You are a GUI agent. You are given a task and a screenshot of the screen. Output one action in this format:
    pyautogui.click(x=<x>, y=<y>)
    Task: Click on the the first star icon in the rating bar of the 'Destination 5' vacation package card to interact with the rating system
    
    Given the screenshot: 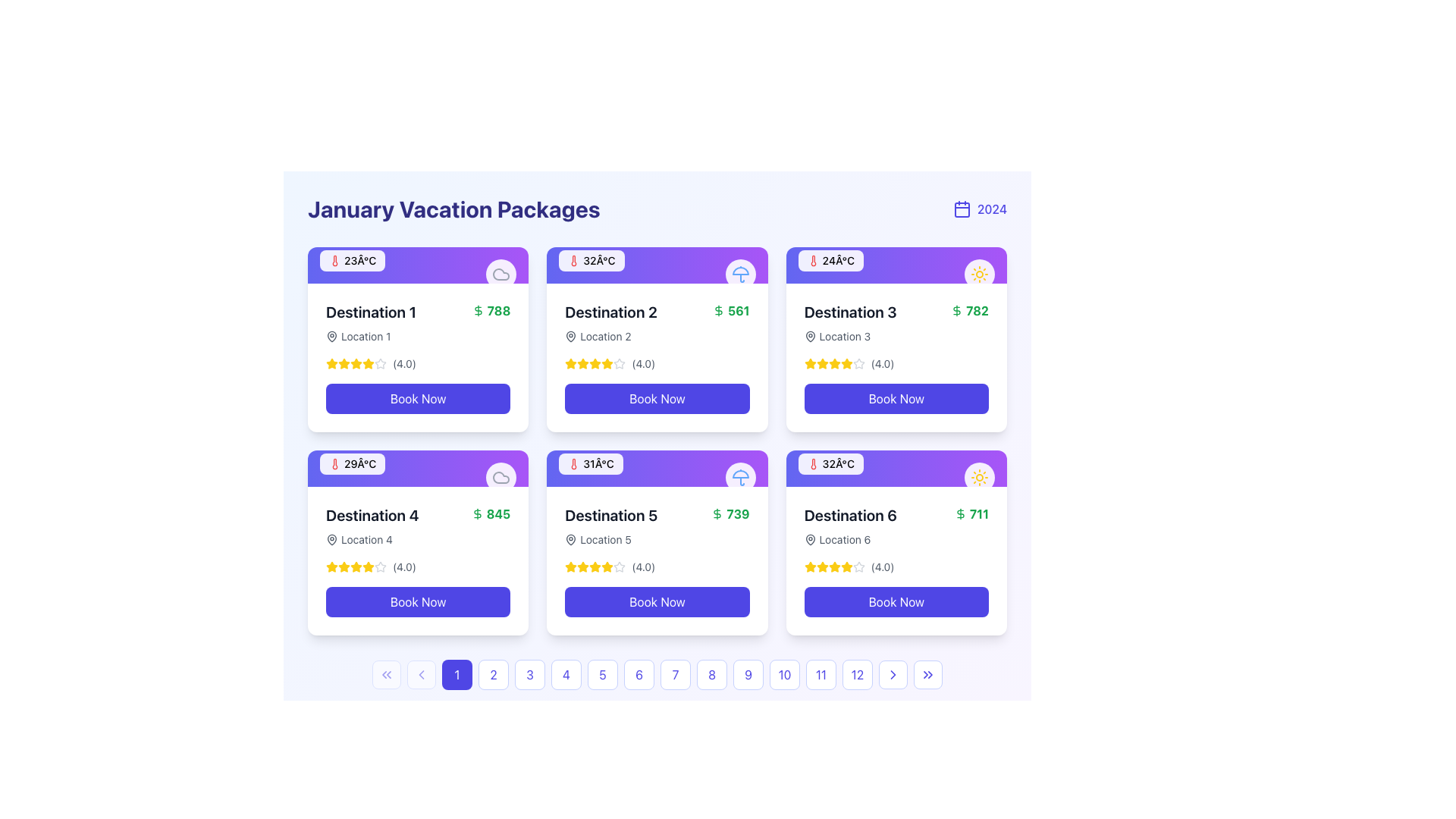 What is the action you would take?
    pyautogui.click(x=582, y=566)
    